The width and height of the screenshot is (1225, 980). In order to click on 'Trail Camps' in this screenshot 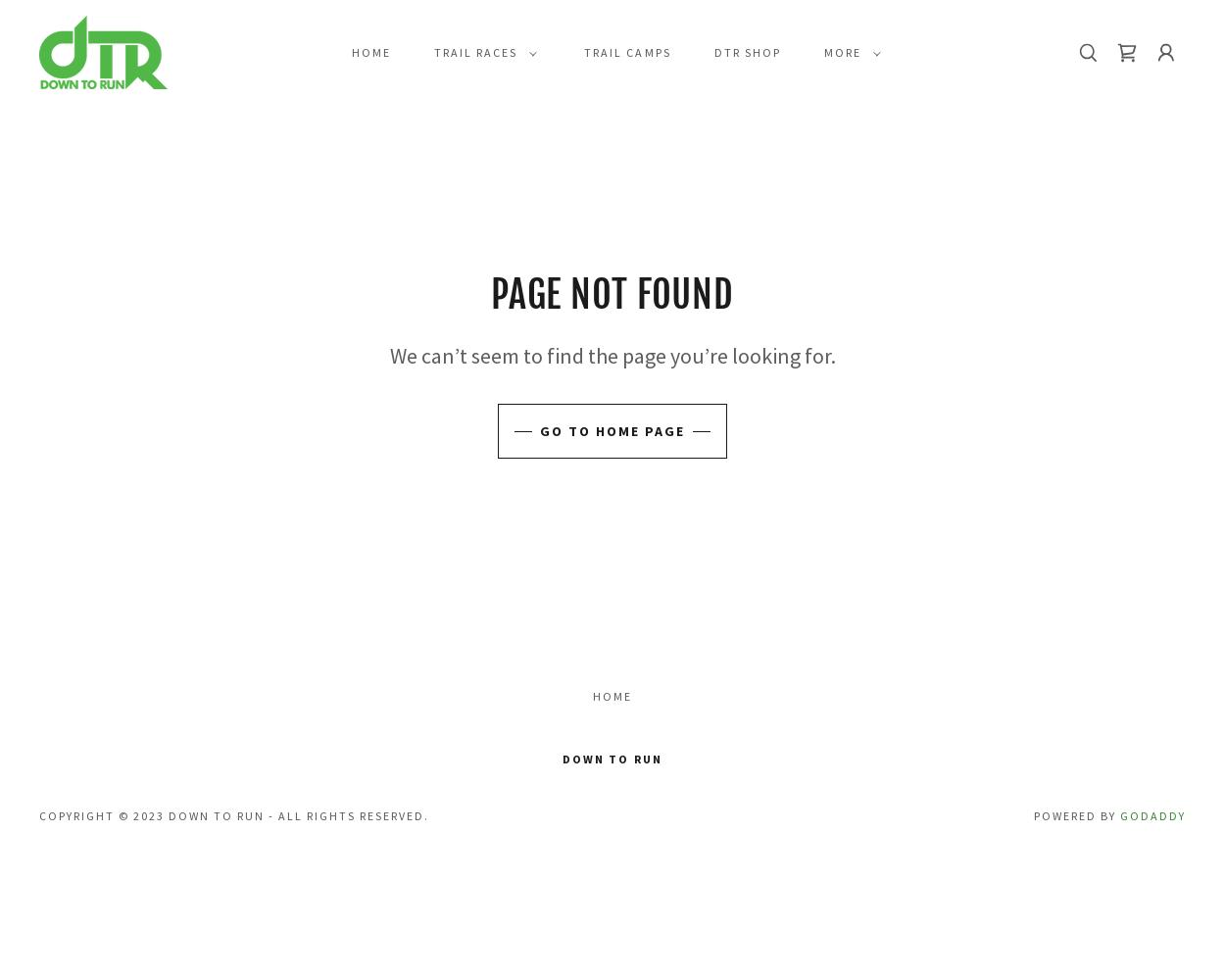, I will do `click(583, 51)`.